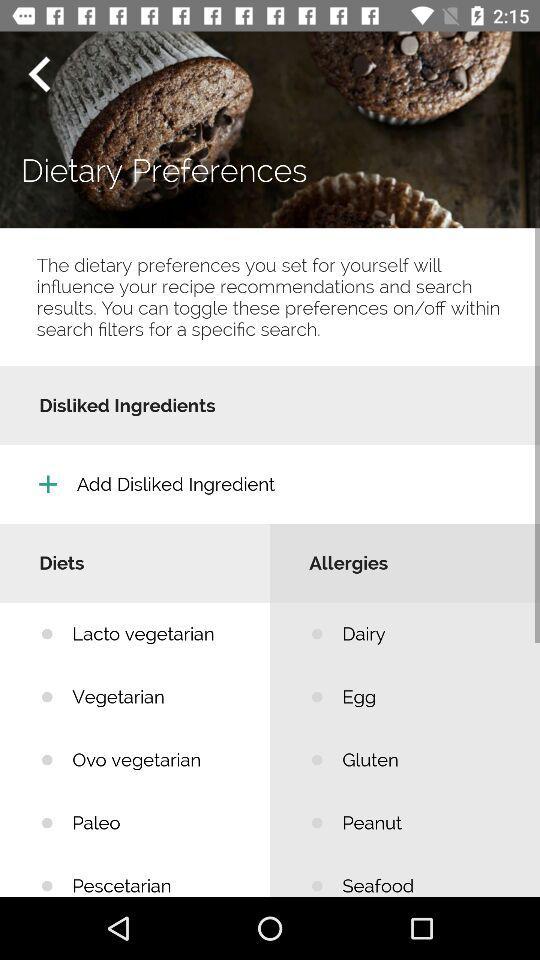 This screenshot has height=960, width=540. Describe the element at coordinates (425, 633) in the screenshot. I see `the icon next to diets icon` at that location.